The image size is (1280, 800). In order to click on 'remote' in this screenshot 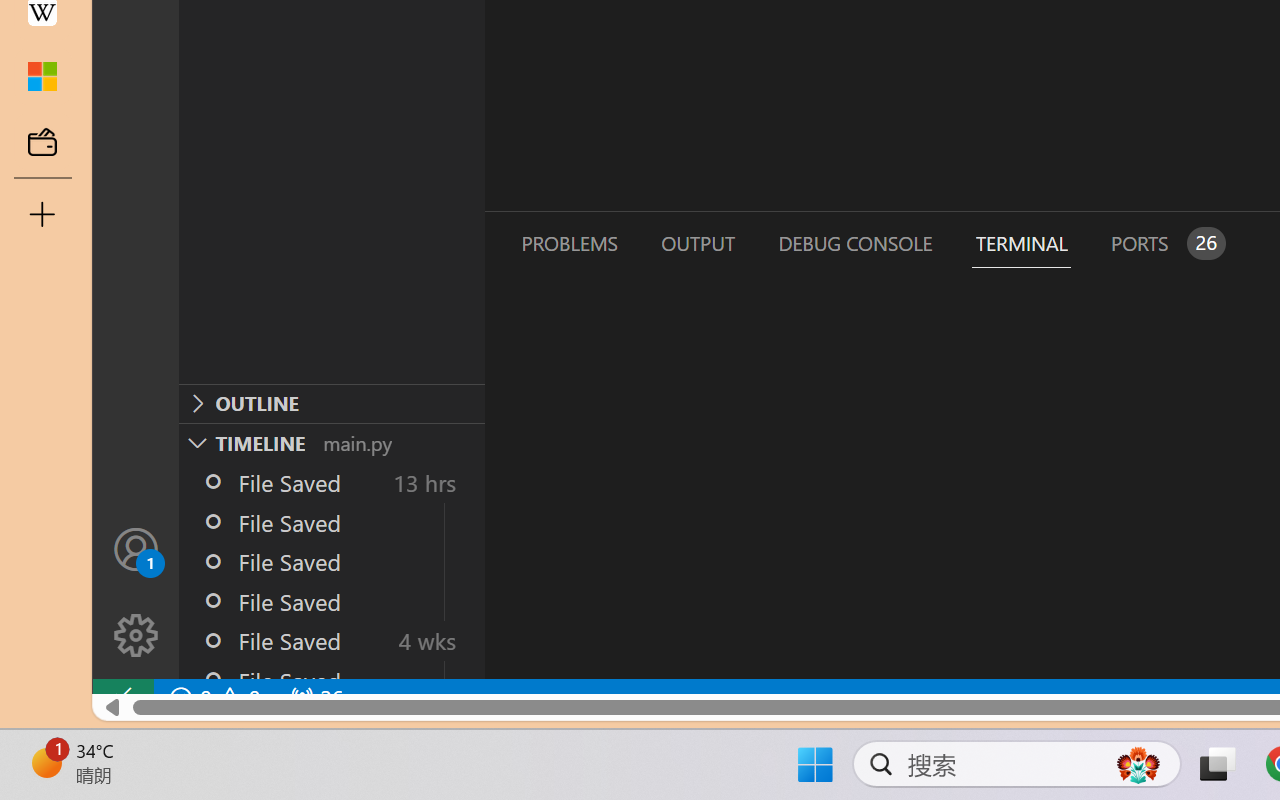, I will do `click(121, 698)`.